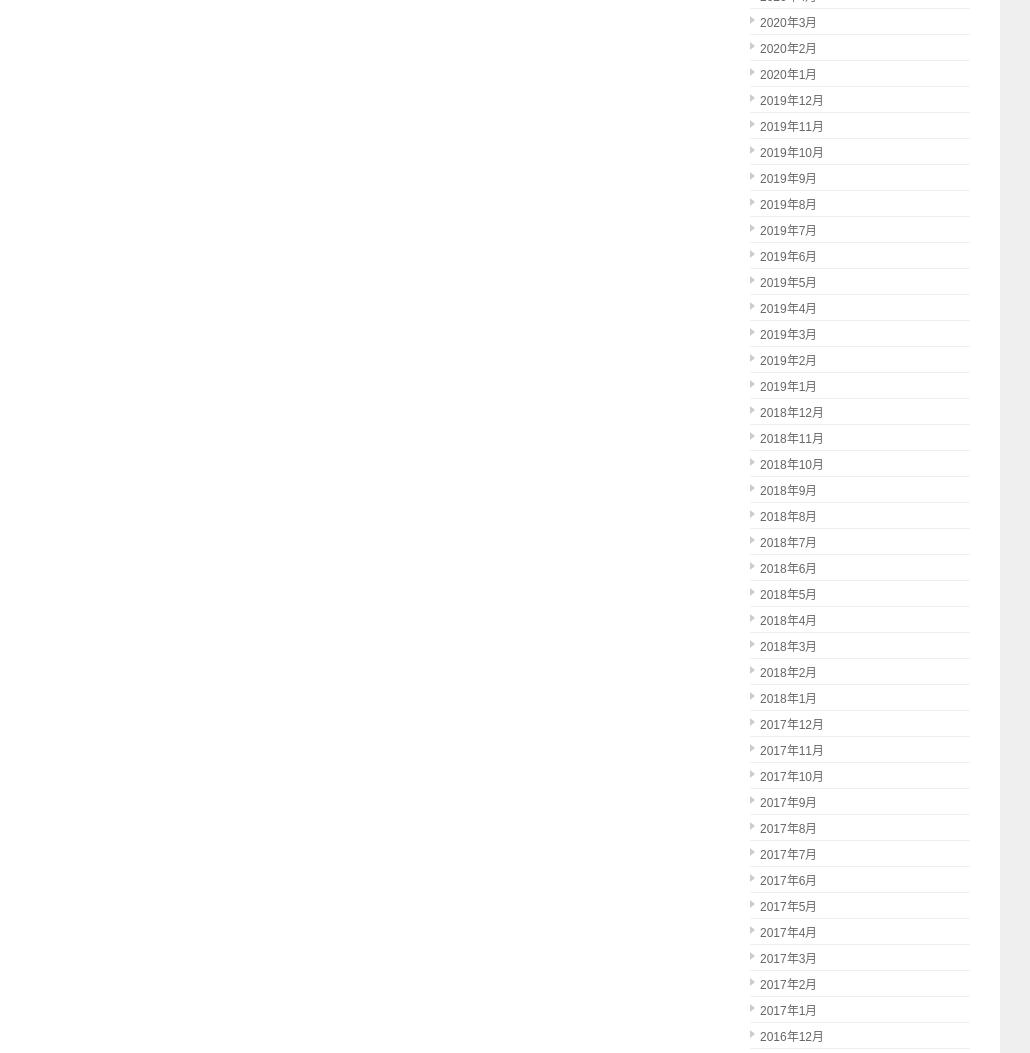  I want to click on '2018年7月', so click(787, 542).